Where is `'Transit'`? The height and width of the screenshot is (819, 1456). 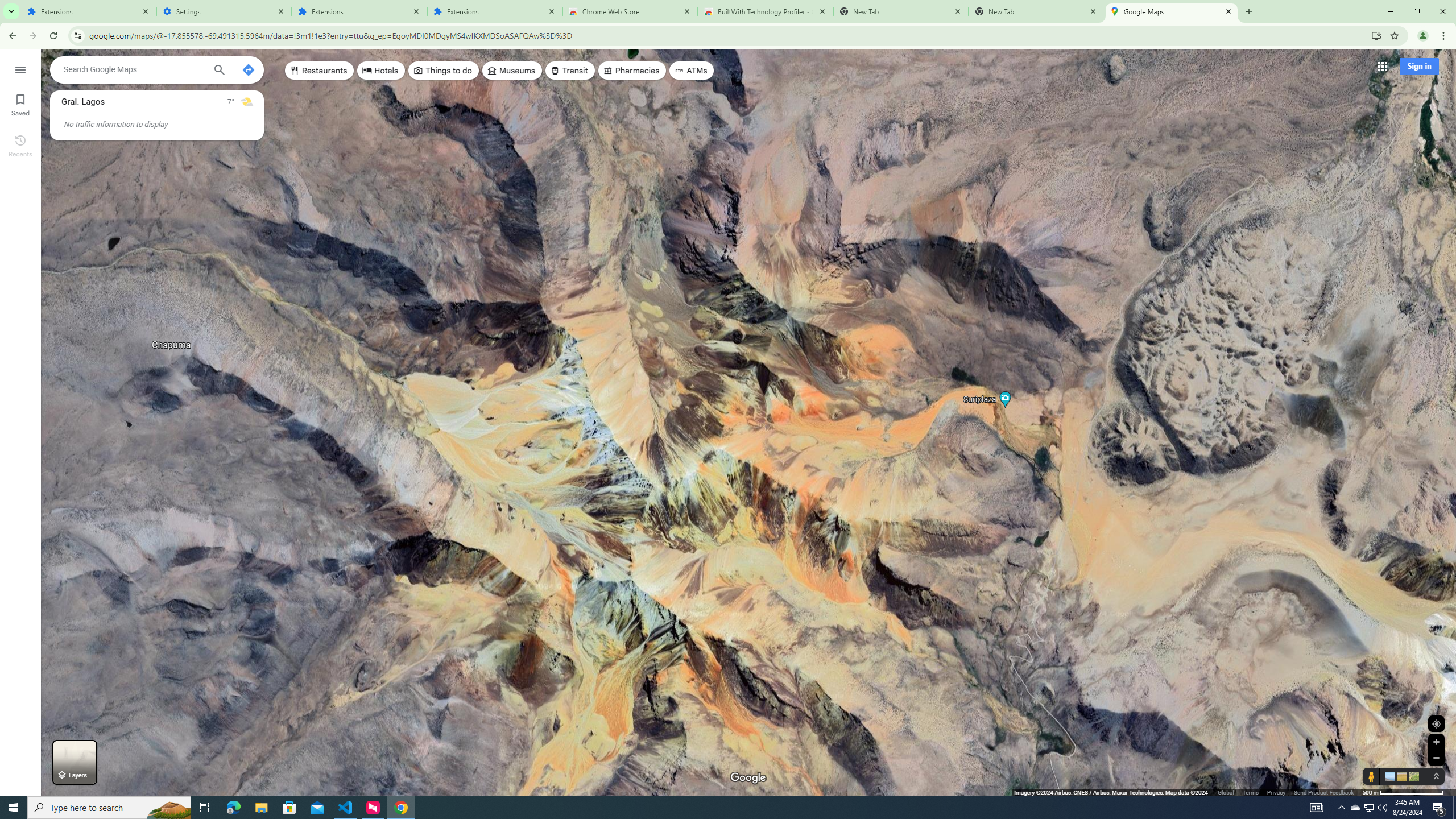 'Transit' is located at coordinates (570, 69).